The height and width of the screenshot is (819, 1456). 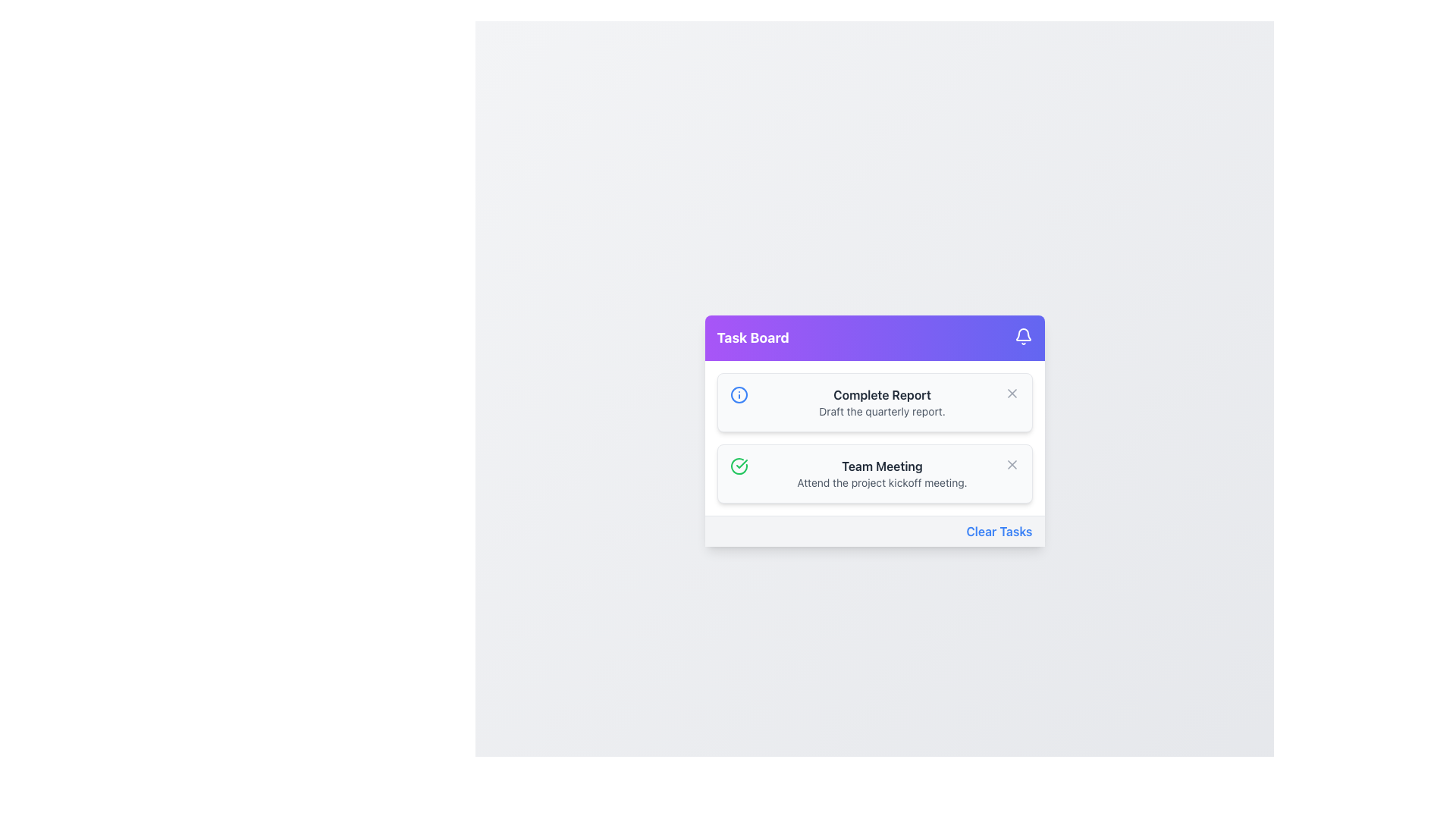 What do you see at coordinates (882, 482) in the screenshot?
I see `the instructional text element located below 'Team Meeting' in the task card interface, which provides additional context to users` at bounding box center [882, 482].